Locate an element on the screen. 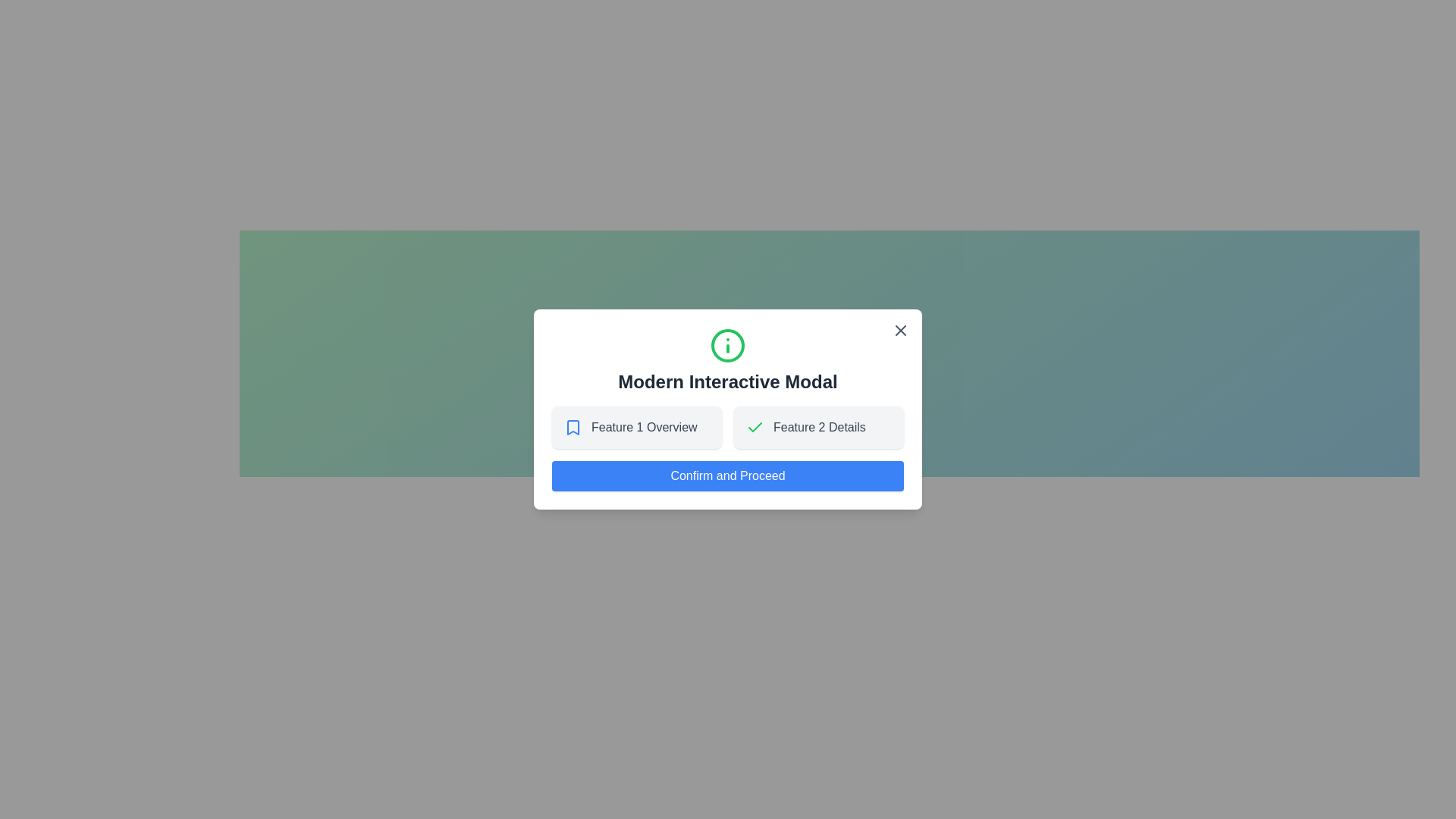 Image resolution: width=1456 pixels, height=819 pixels. the circular icon with a green border and an 'i' symbol, located at the top center of the information modal above the heading 'Modern Interactive Modal' is located at coordinates (728, 345).